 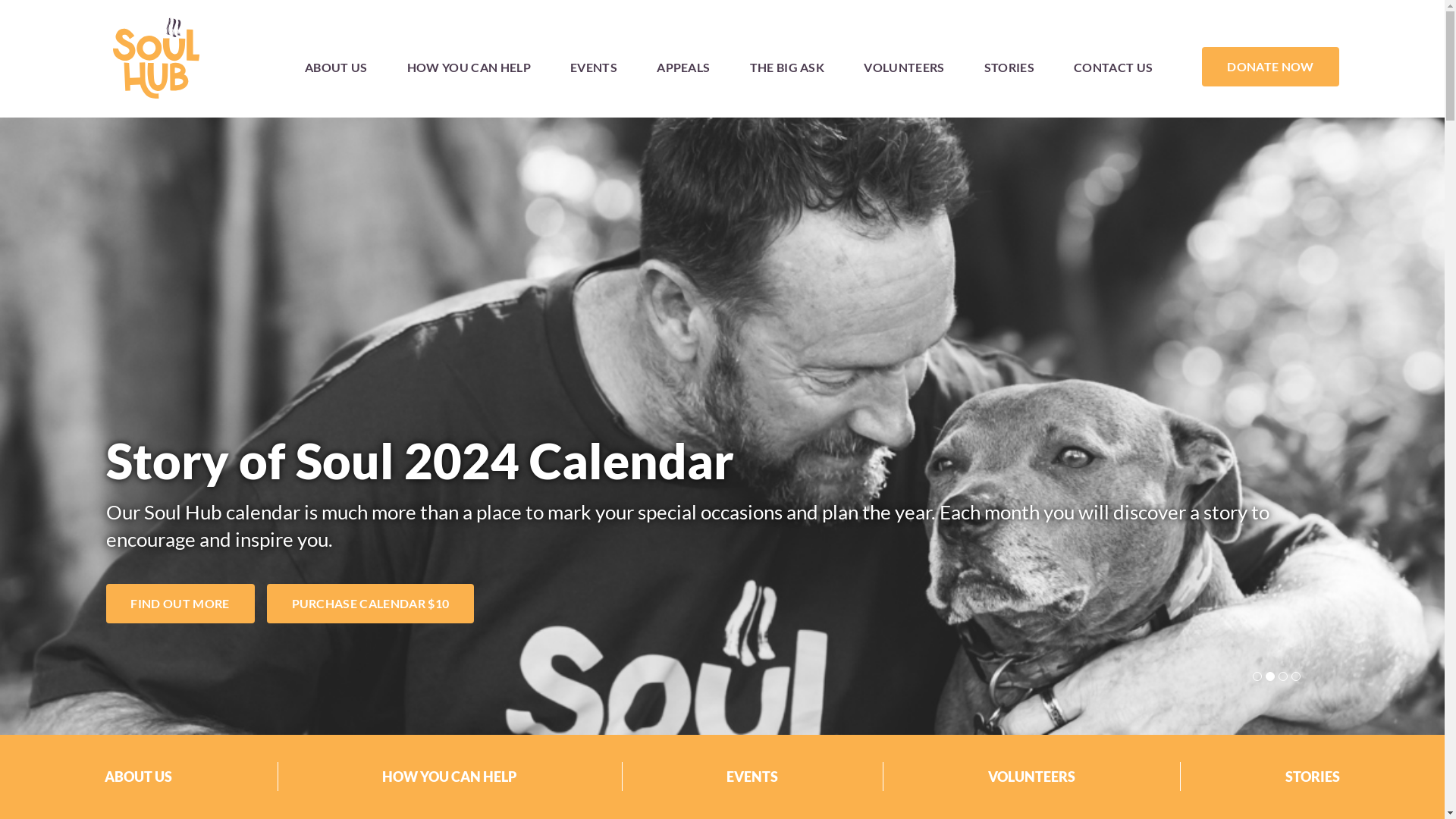 What do you see at coordinates (592, 65) in the screenshot?
I see `'EVENTS'` at bounding box center [592, 65].